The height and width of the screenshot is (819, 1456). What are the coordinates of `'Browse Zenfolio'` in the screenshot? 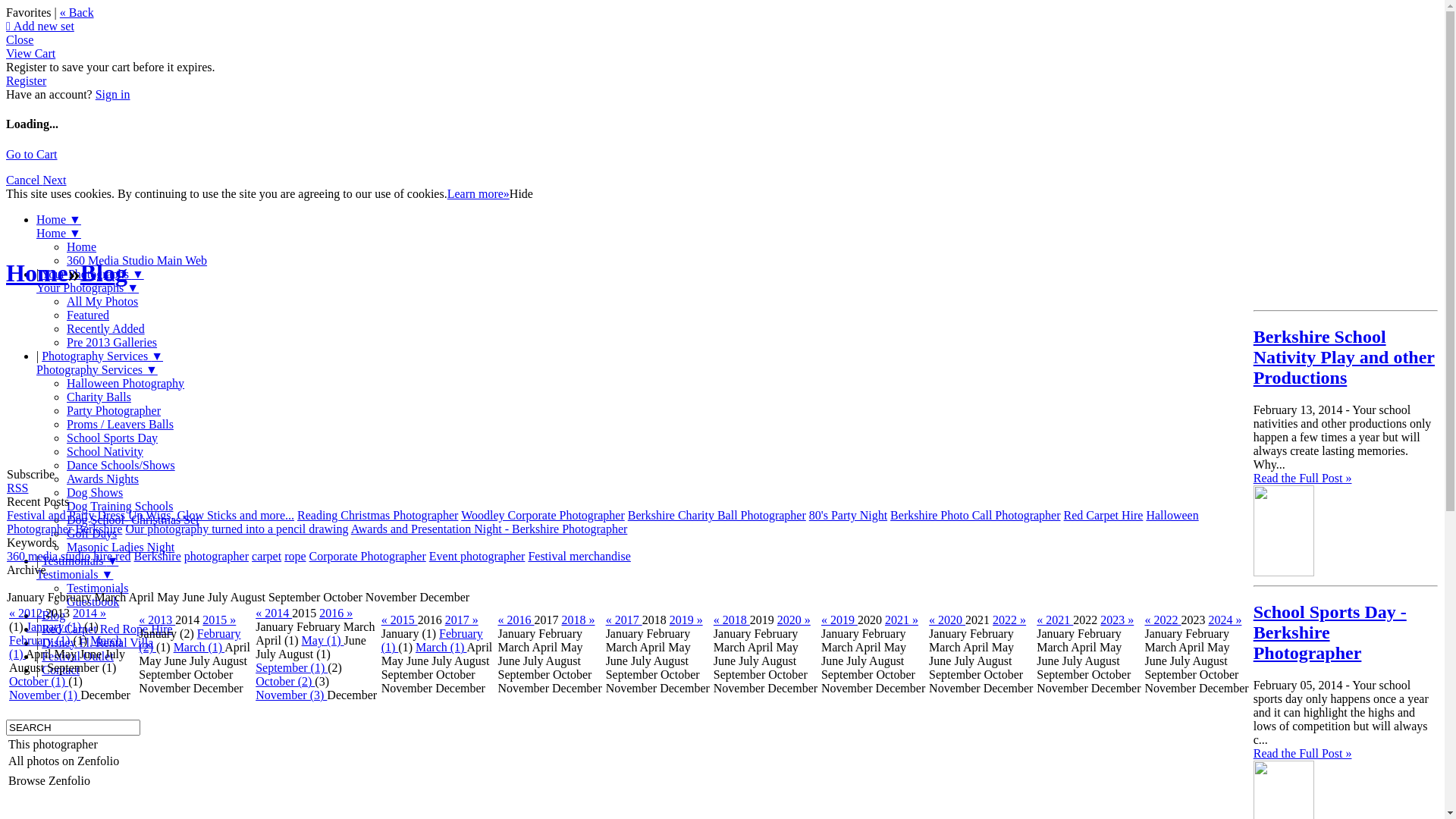 It's located at (62, 780).